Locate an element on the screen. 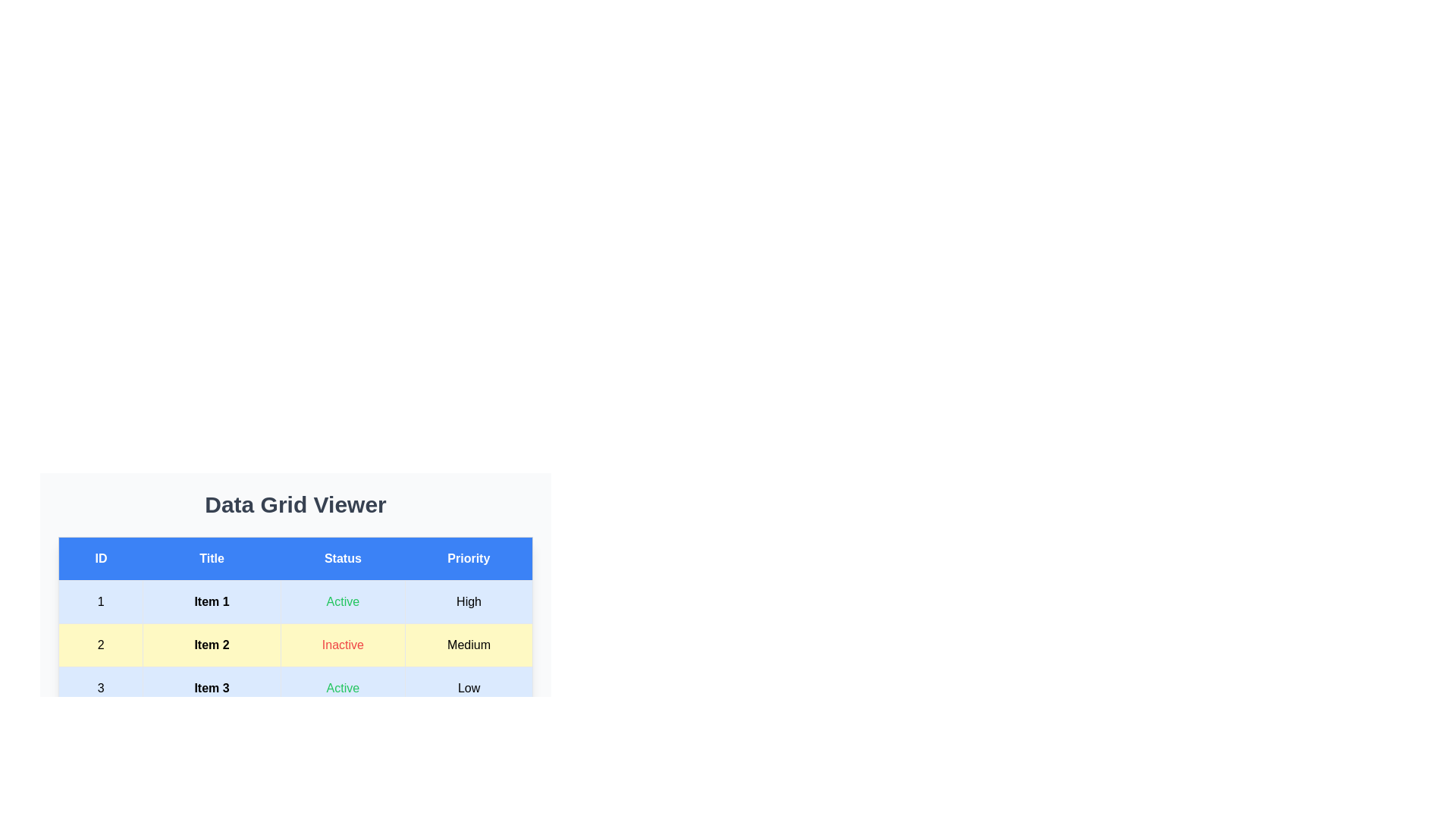  the column header Status to sort the table by that column is located at coordinates (341, 558).